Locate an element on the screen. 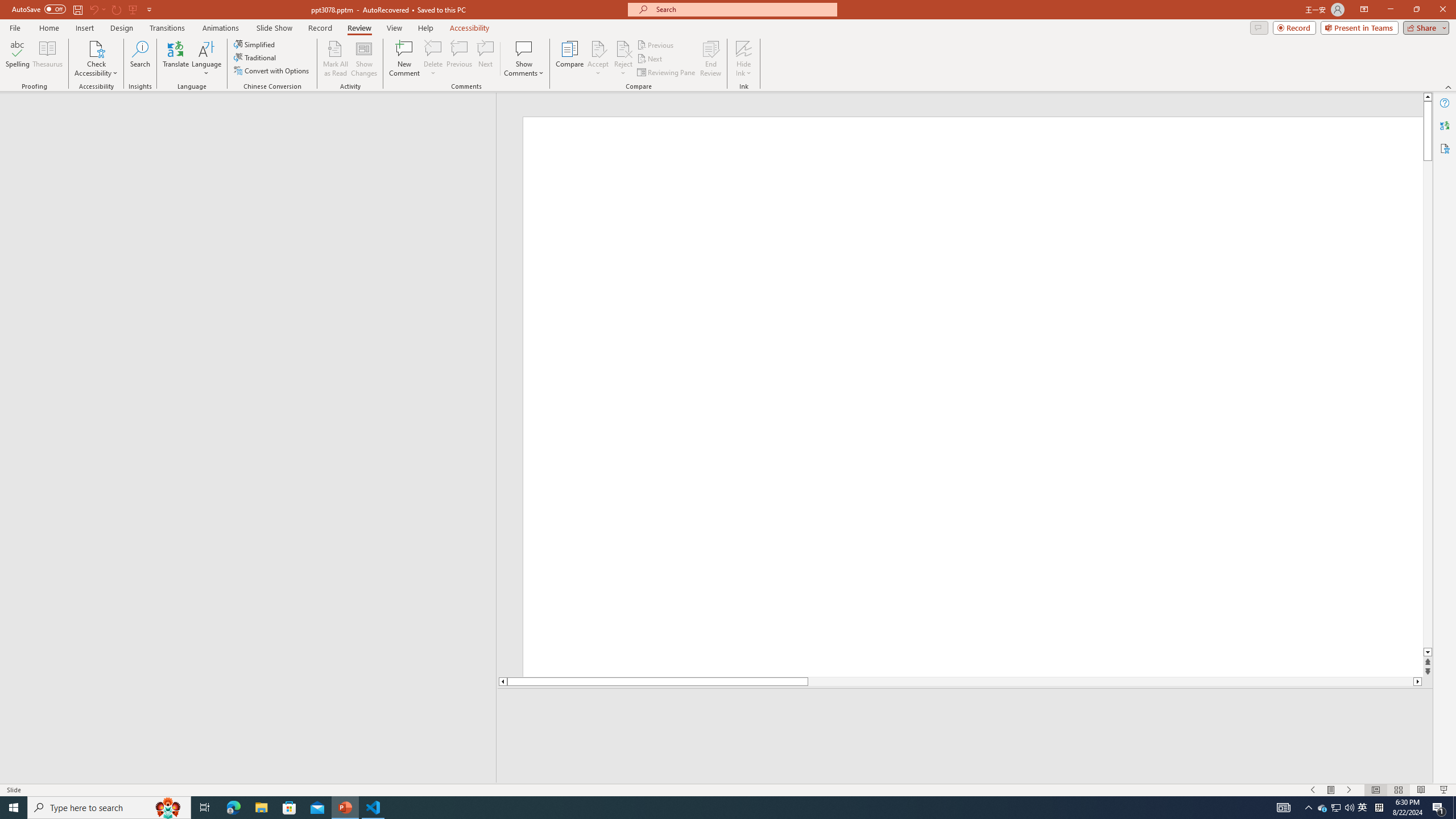 This screenshot has width=1456, height=819. 'Show Changes' is located at coordinates (364, 59).